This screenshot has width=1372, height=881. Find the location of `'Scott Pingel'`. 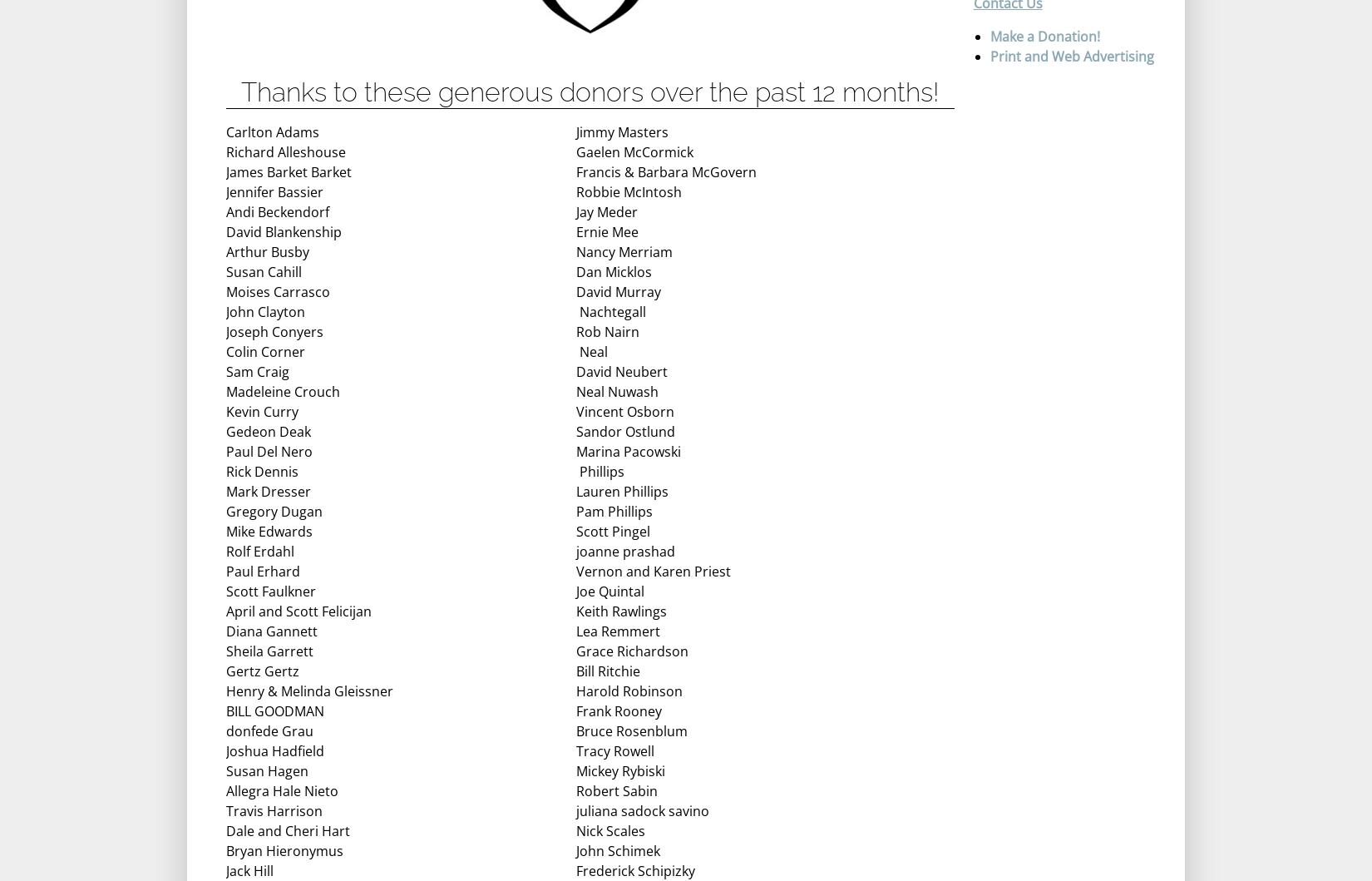

'Scott Pingel' is located at coordinates (612, 532).